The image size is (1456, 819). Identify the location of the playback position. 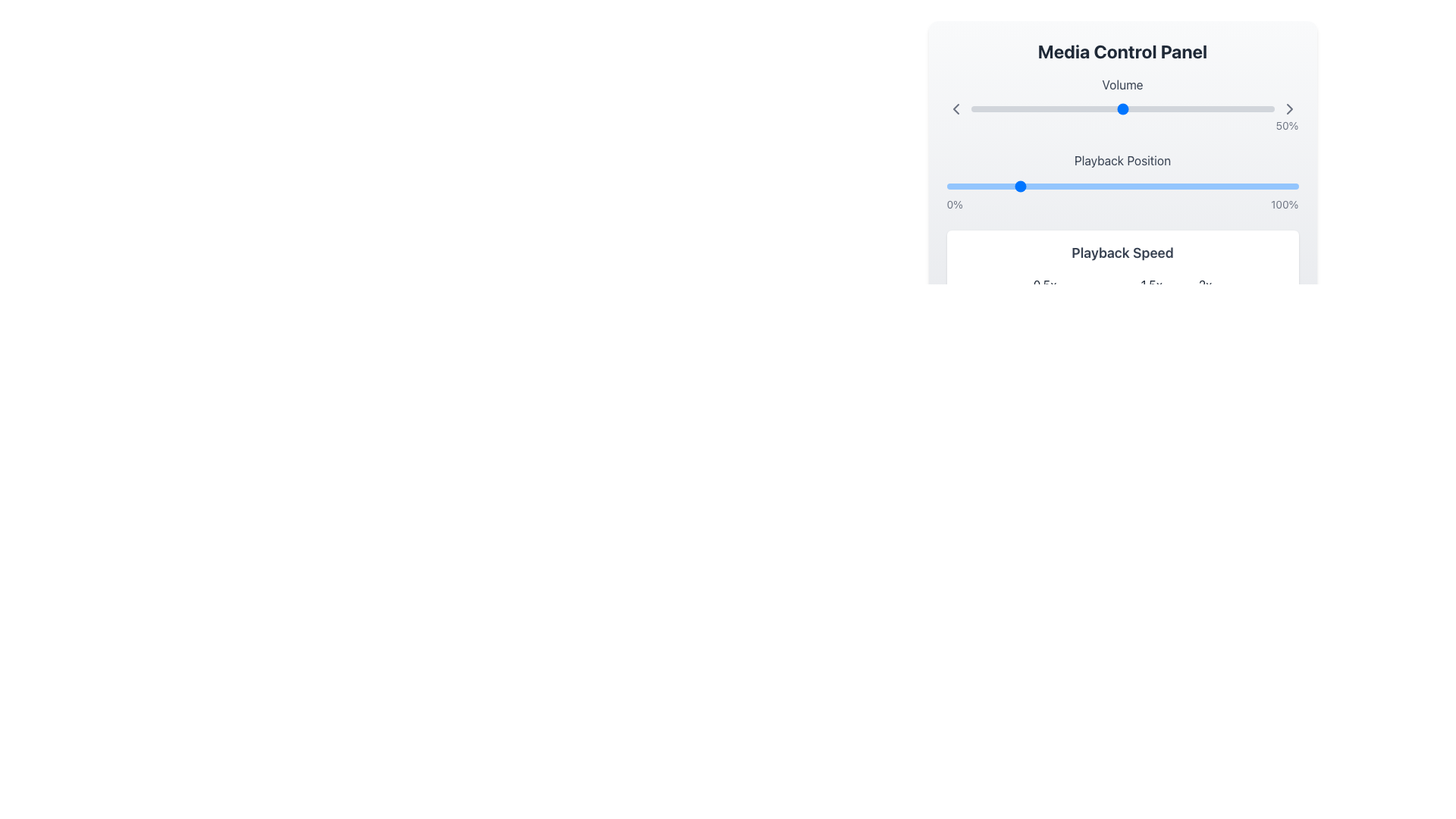
(1160, 186).